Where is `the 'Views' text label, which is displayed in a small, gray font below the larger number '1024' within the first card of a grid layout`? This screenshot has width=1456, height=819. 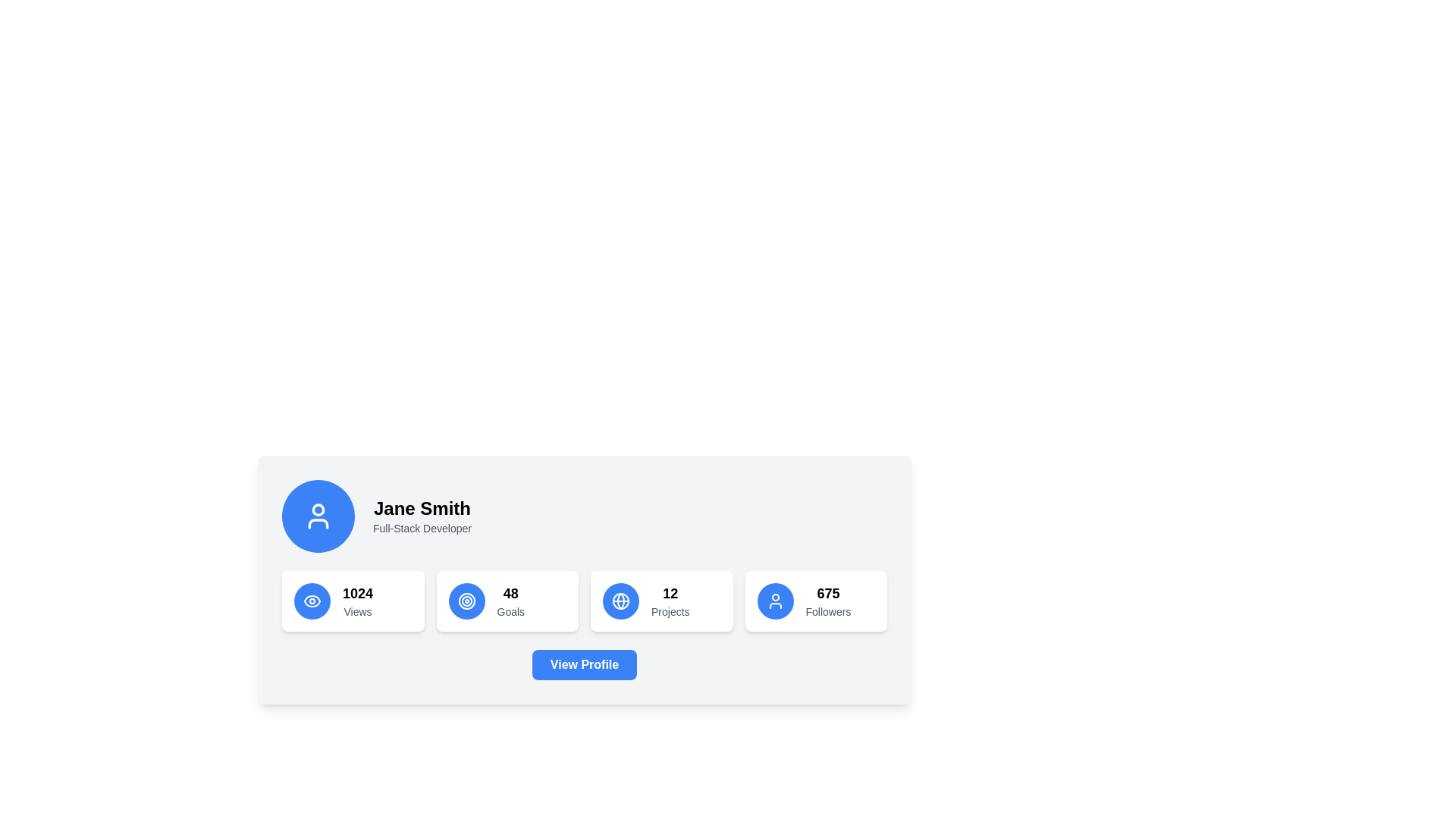 the 'Views' text label, which is displayed in a small, gray font below the larger number '1024' within the first card of a grid layout is located at coordinates (356, 610).